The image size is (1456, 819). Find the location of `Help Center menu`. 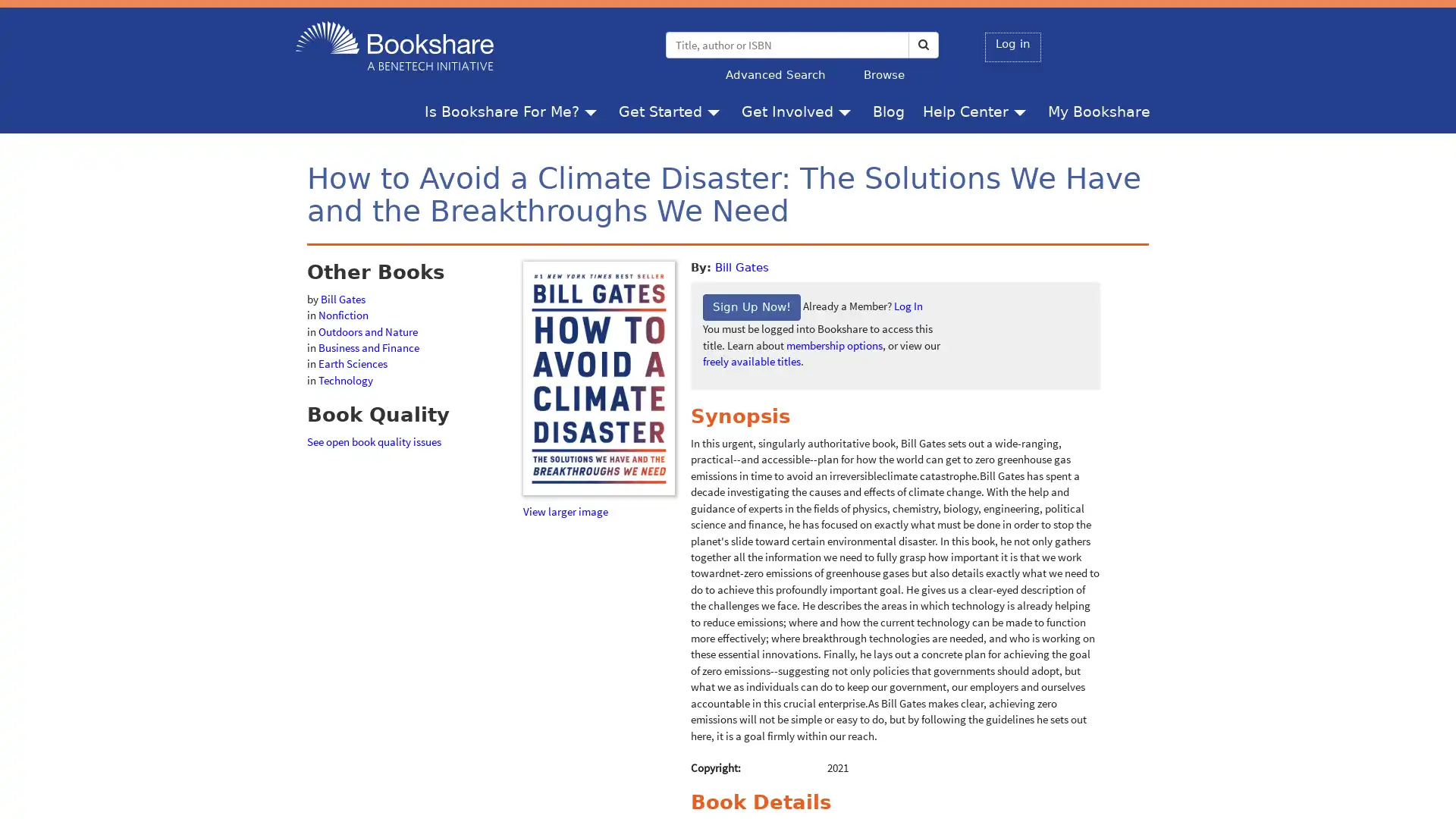

Help Center menu is located at coordinates (1023, 110).